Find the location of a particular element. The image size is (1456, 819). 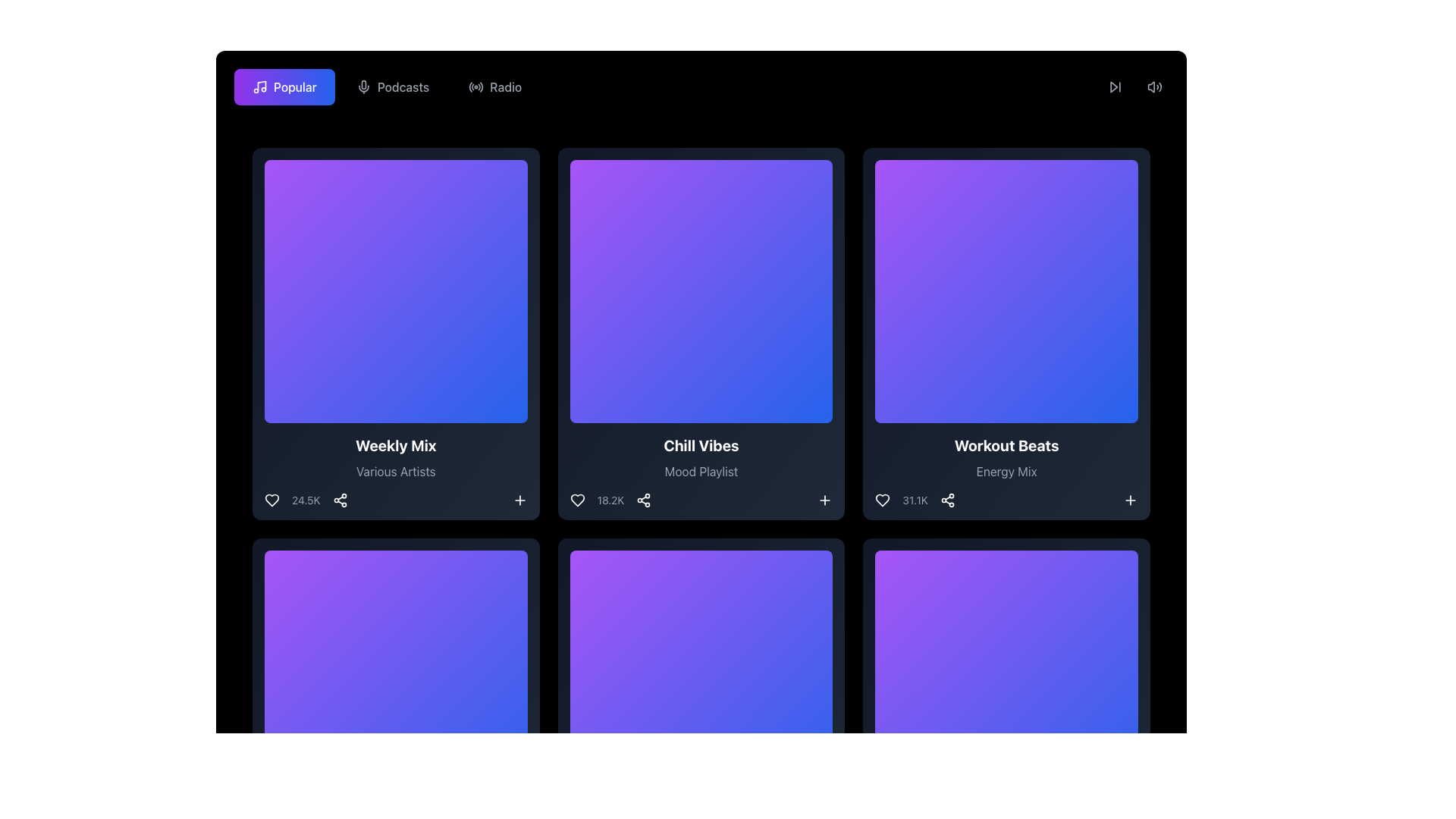

text element labeled 'Workout Beats' which displays bold white text and a smaller light gray text 'Energy Mix' beneath it, located at the bottom-center of the card in the third position of the top row is located at coordinates (1006, 470).